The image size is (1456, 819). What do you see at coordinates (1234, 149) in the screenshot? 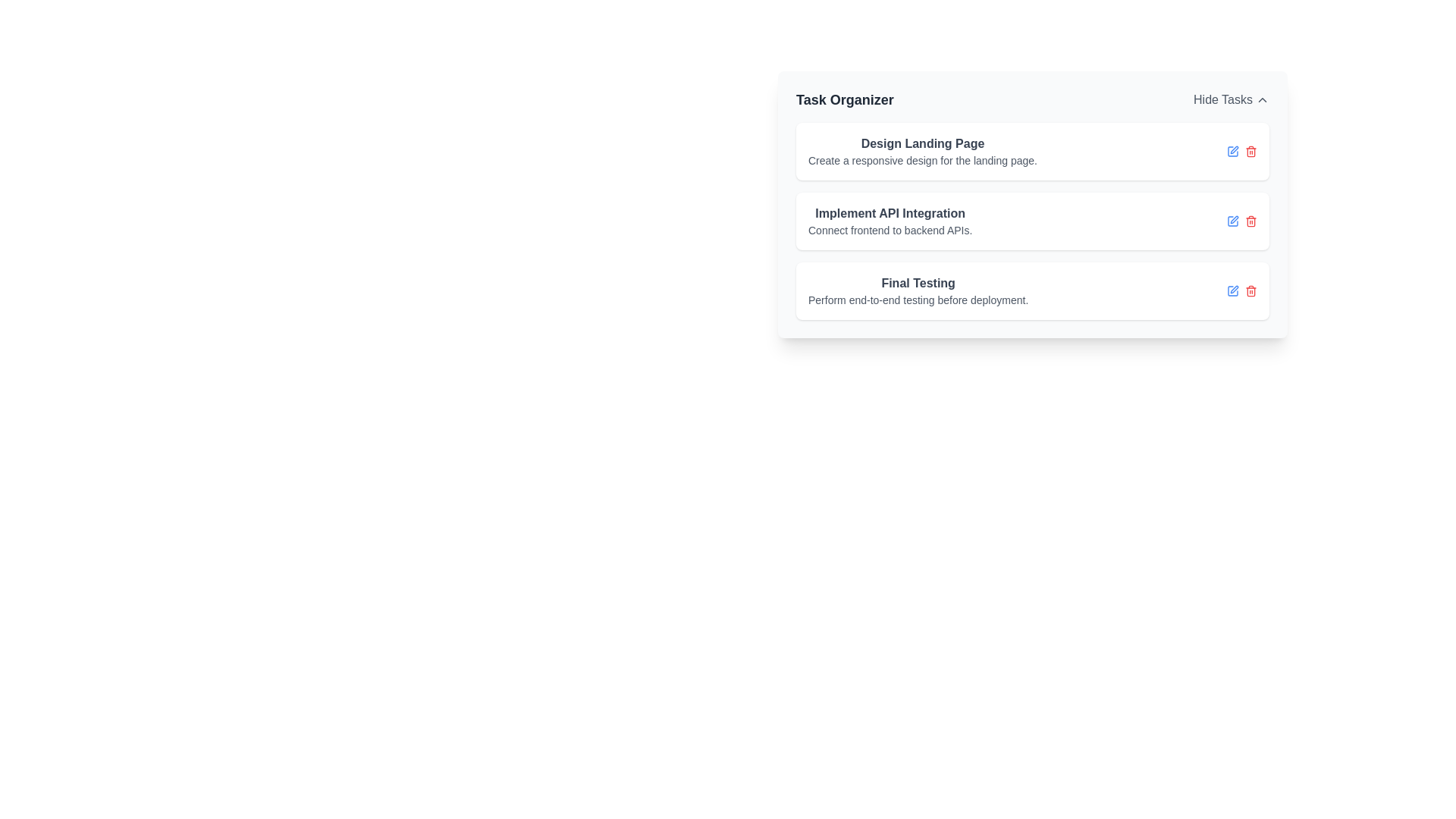
I see `the edit icon resembling a pen located within the 'Task Organizer' widget, to the right of the 'Design Landing Page' task title, to initiate editing of the associated task` at bounding box center [1234, 149].